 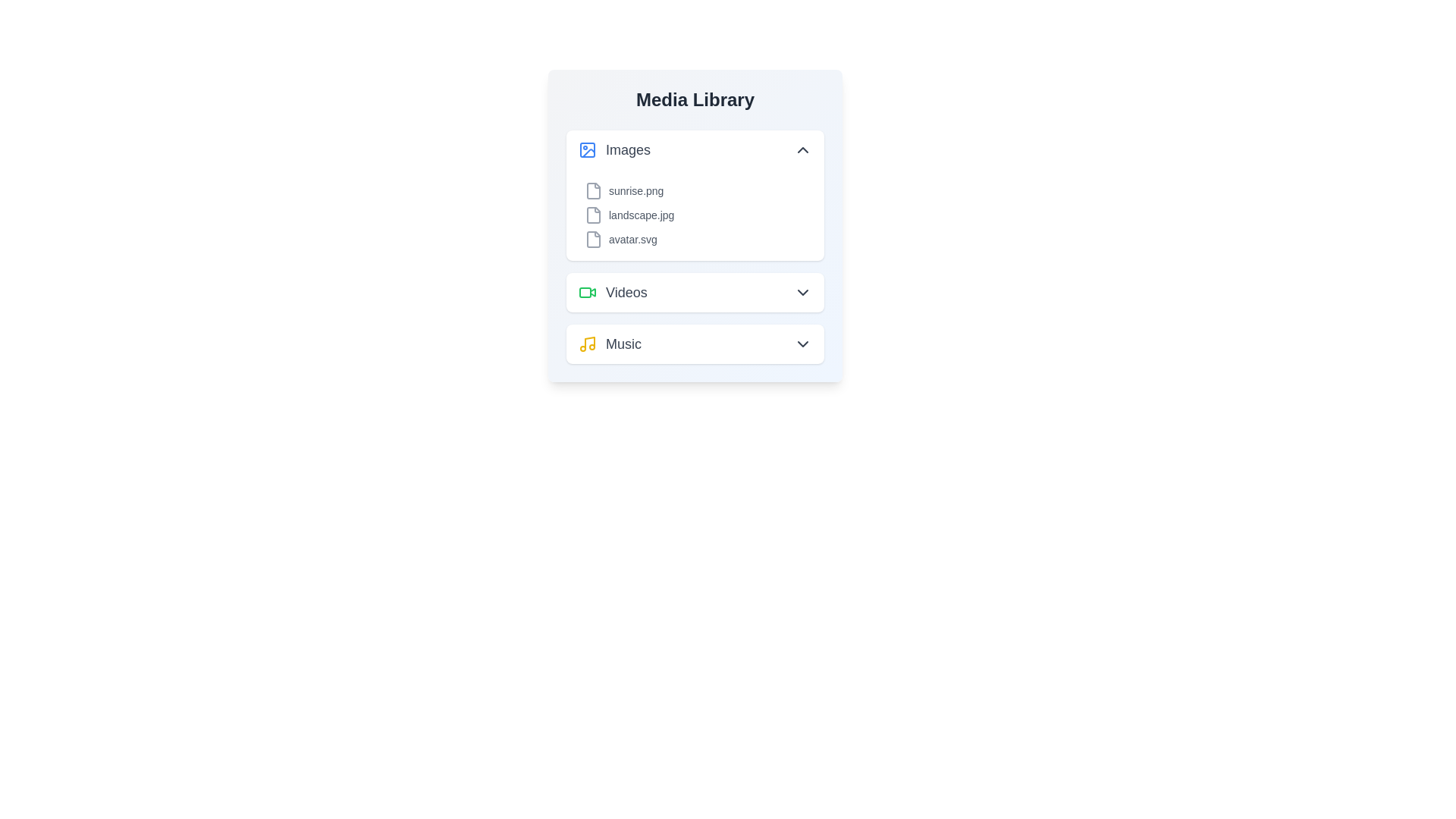 What do you see at coordinates (802, 292) in the screenshot?
I see `the dropdown toggle button for the 'Videos' section in the 'Media Library' card` at bounding box center [802, 292].